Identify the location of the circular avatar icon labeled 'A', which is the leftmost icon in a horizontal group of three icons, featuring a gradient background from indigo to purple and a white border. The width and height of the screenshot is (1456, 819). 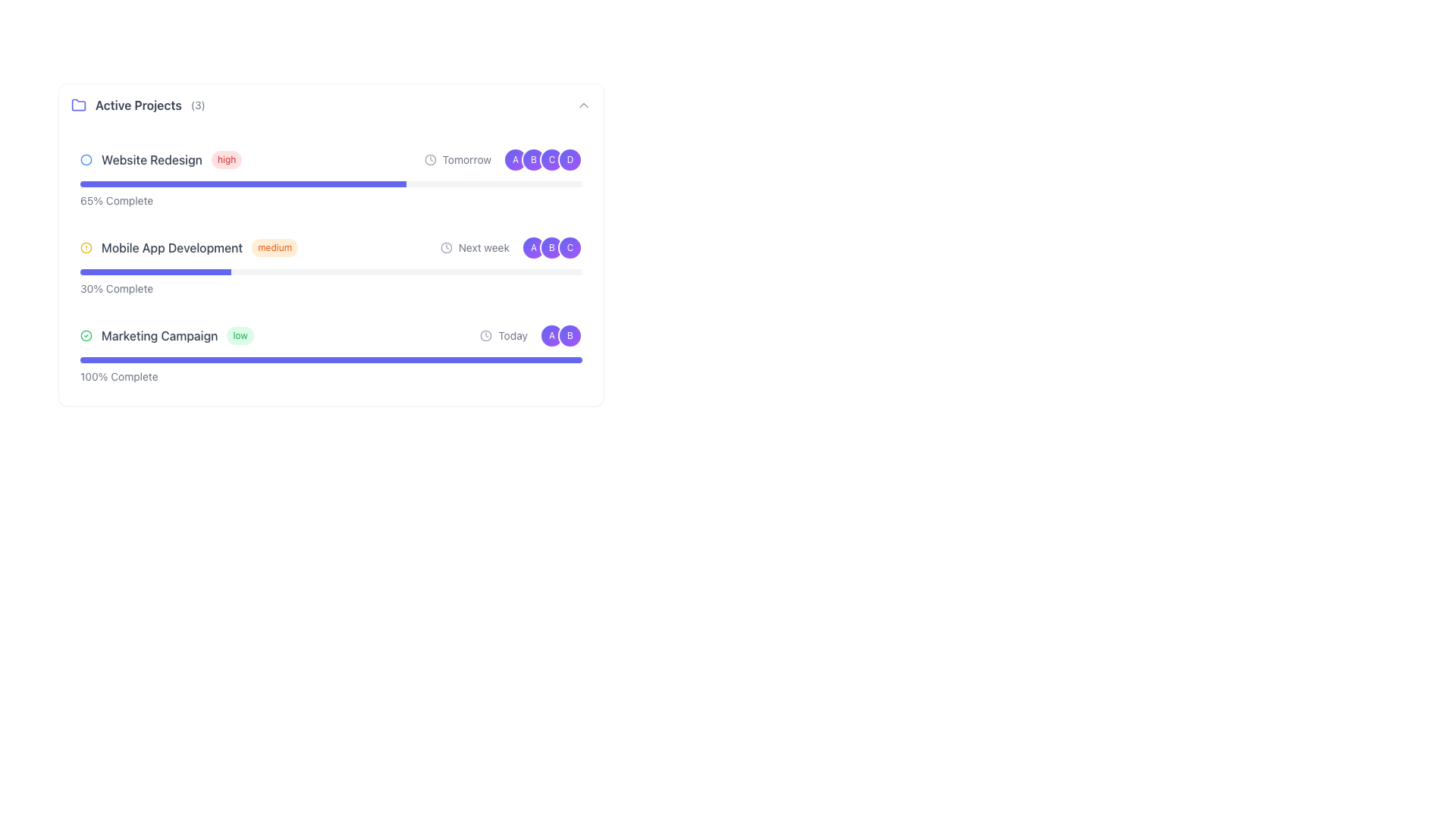
(534, 247).